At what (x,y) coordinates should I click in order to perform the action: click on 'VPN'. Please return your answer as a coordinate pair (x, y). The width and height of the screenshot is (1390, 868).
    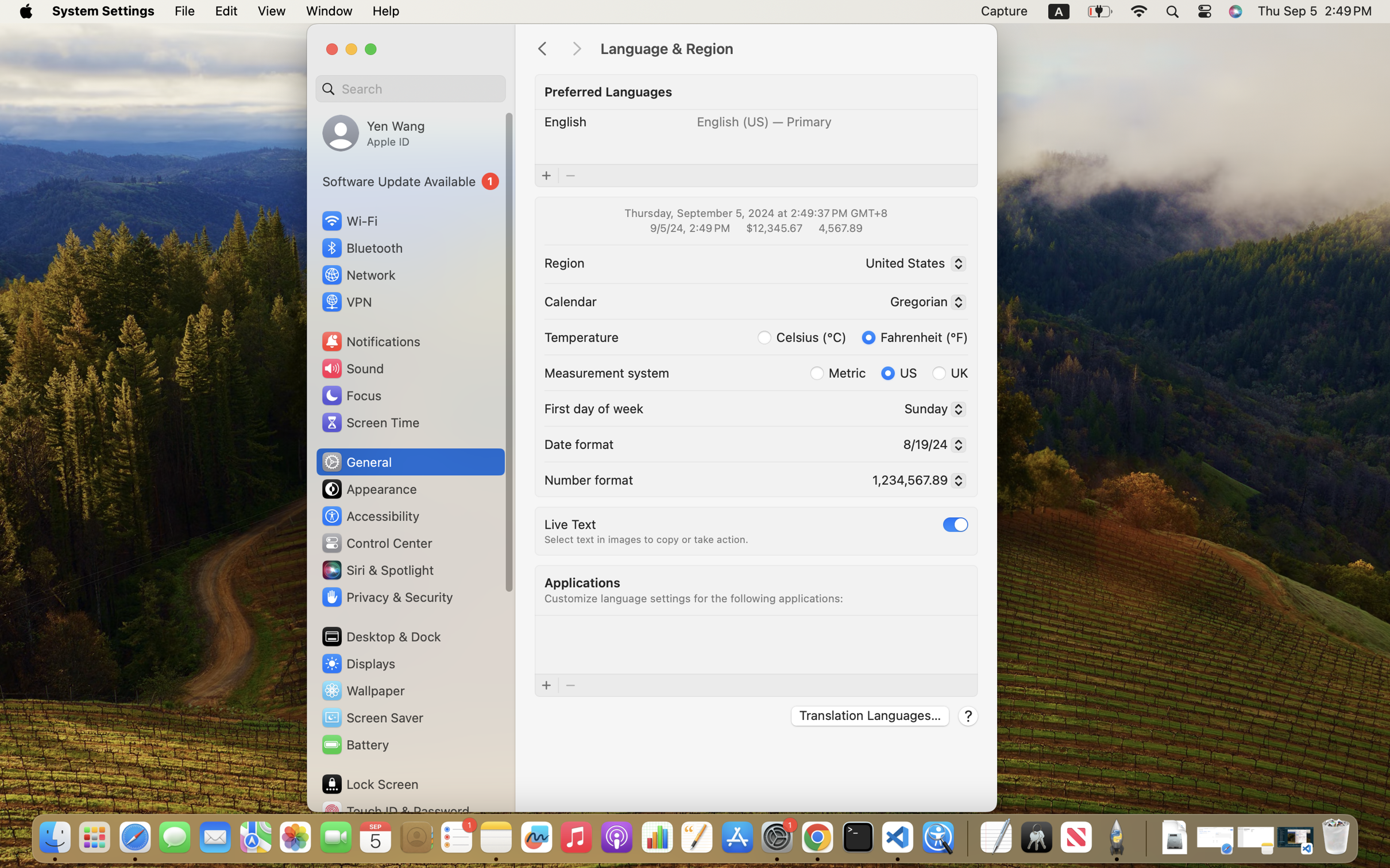
    Looking at the image, I should click on (346, 302).